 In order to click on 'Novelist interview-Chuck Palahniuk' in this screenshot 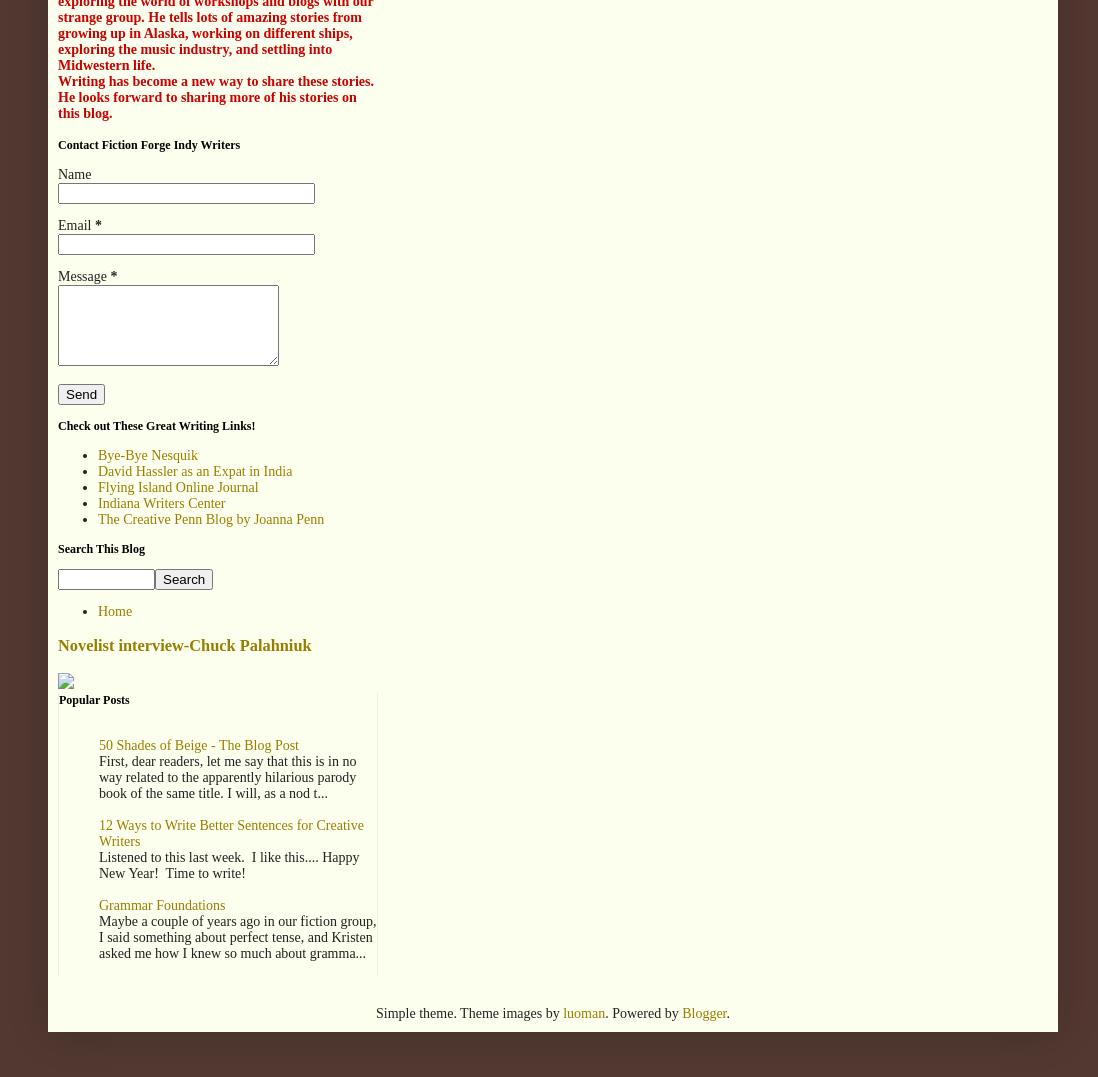, I will do `click(183, 645)`.